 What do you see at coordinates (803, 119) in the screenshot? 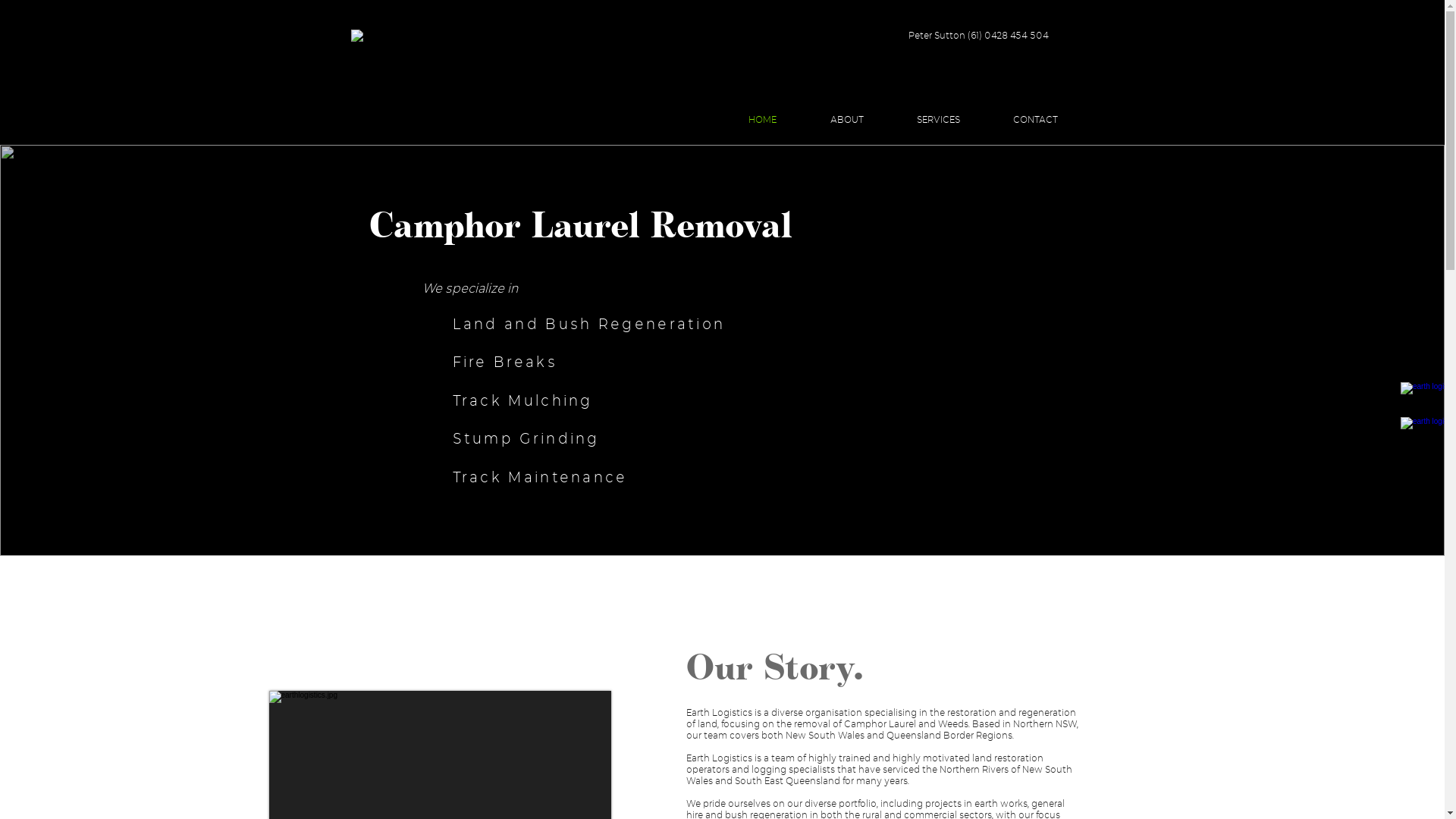
I see `'ABOUT'` at bounding box center [803, 119].